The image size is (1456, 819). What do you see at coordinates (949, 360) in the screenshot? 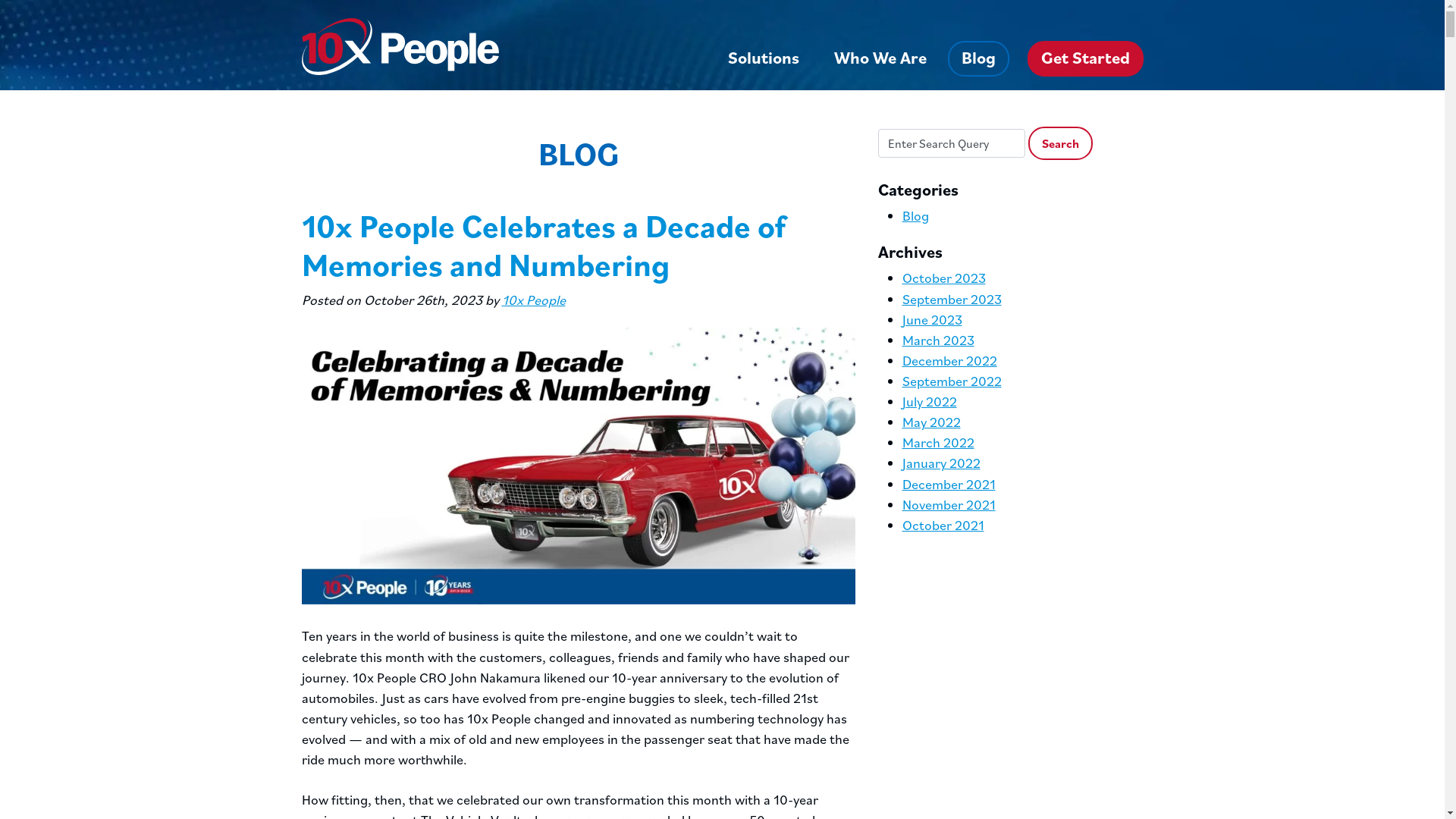
I see `'December 2022'` at bounding box center [949, 360].